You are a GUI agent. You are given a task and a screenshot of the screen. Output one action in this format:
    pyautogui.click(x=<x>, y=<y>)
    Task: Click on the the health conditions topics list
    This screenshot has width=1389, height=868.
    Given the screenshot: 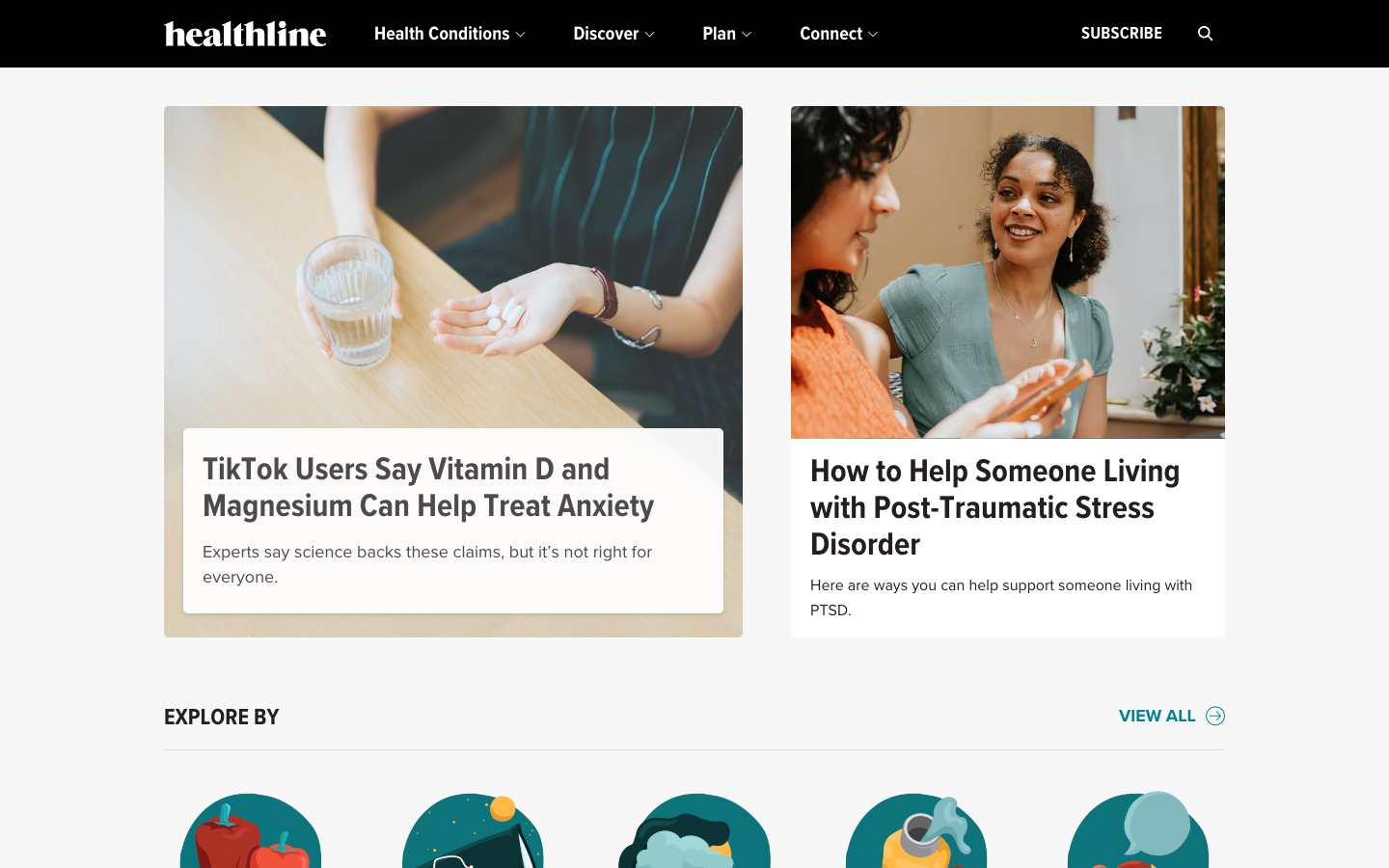 What is the action you would take?
    pyautogui.click(x=449, y=33)
    